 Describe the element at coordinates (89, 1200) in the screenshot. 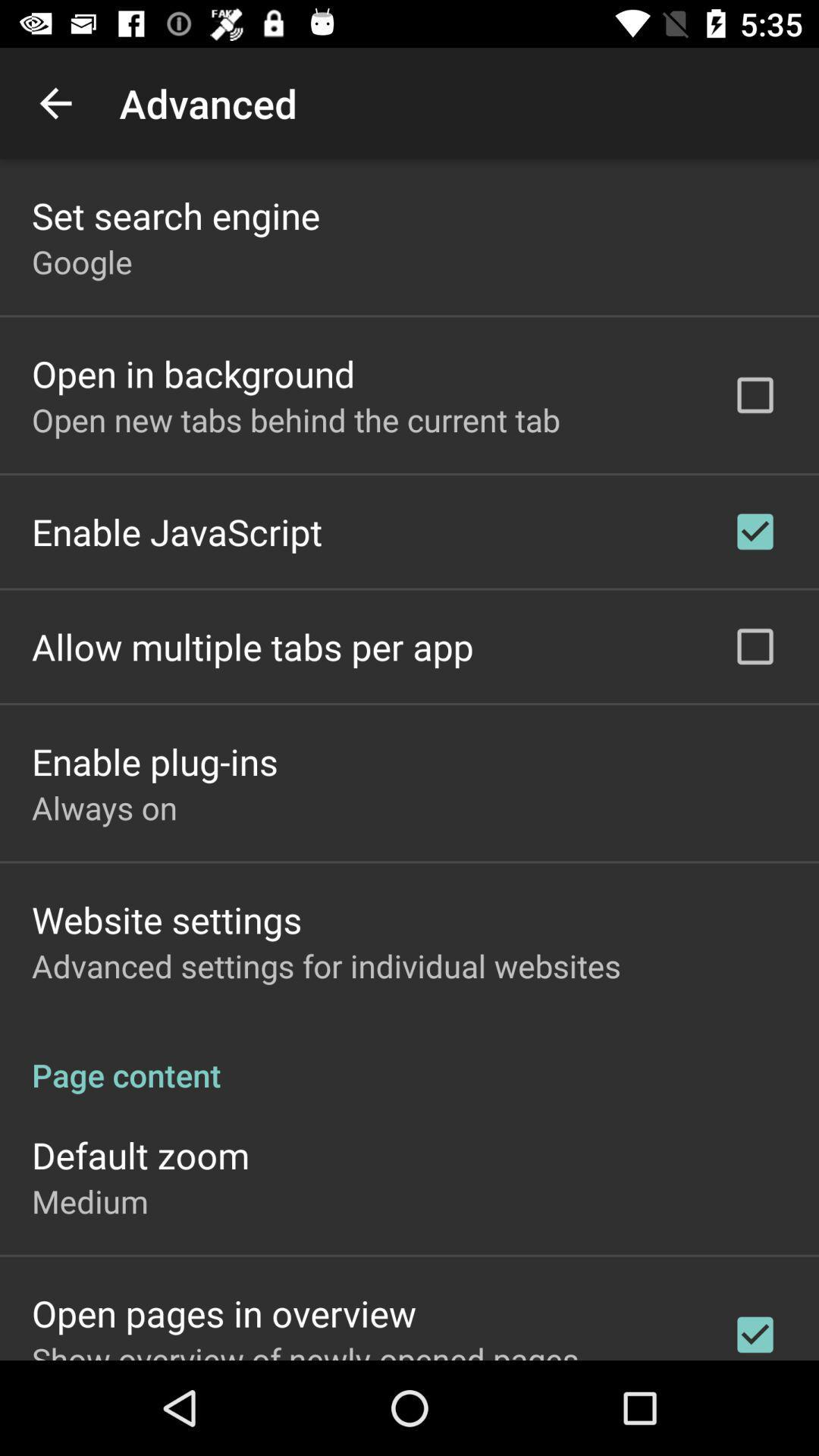

I see `the icon above the open pages in icon` at that location.